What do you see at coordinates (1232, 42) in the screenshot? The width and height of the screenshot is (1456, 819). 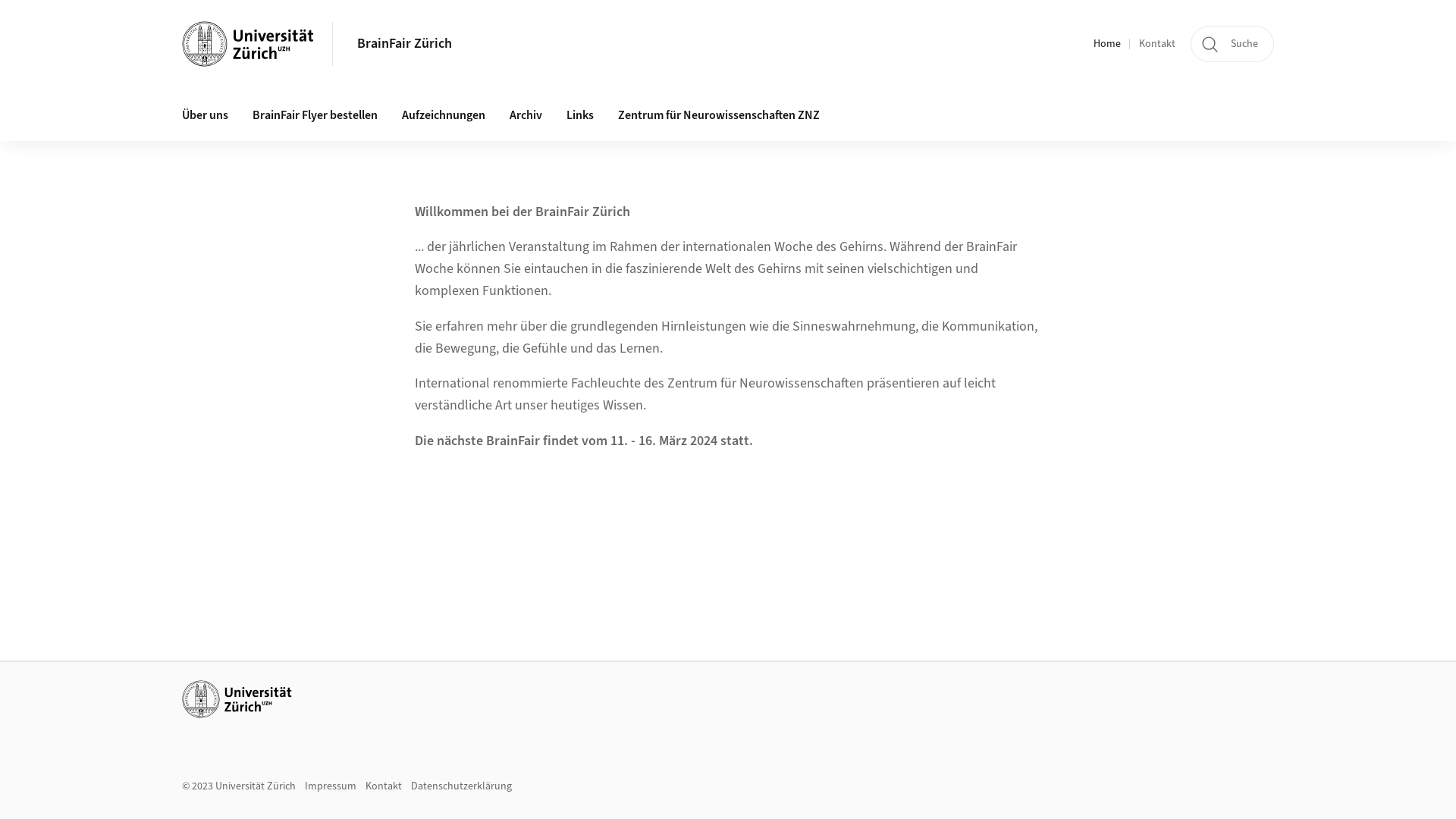 I see `'Suche'` at bounding box center [1232, 42].